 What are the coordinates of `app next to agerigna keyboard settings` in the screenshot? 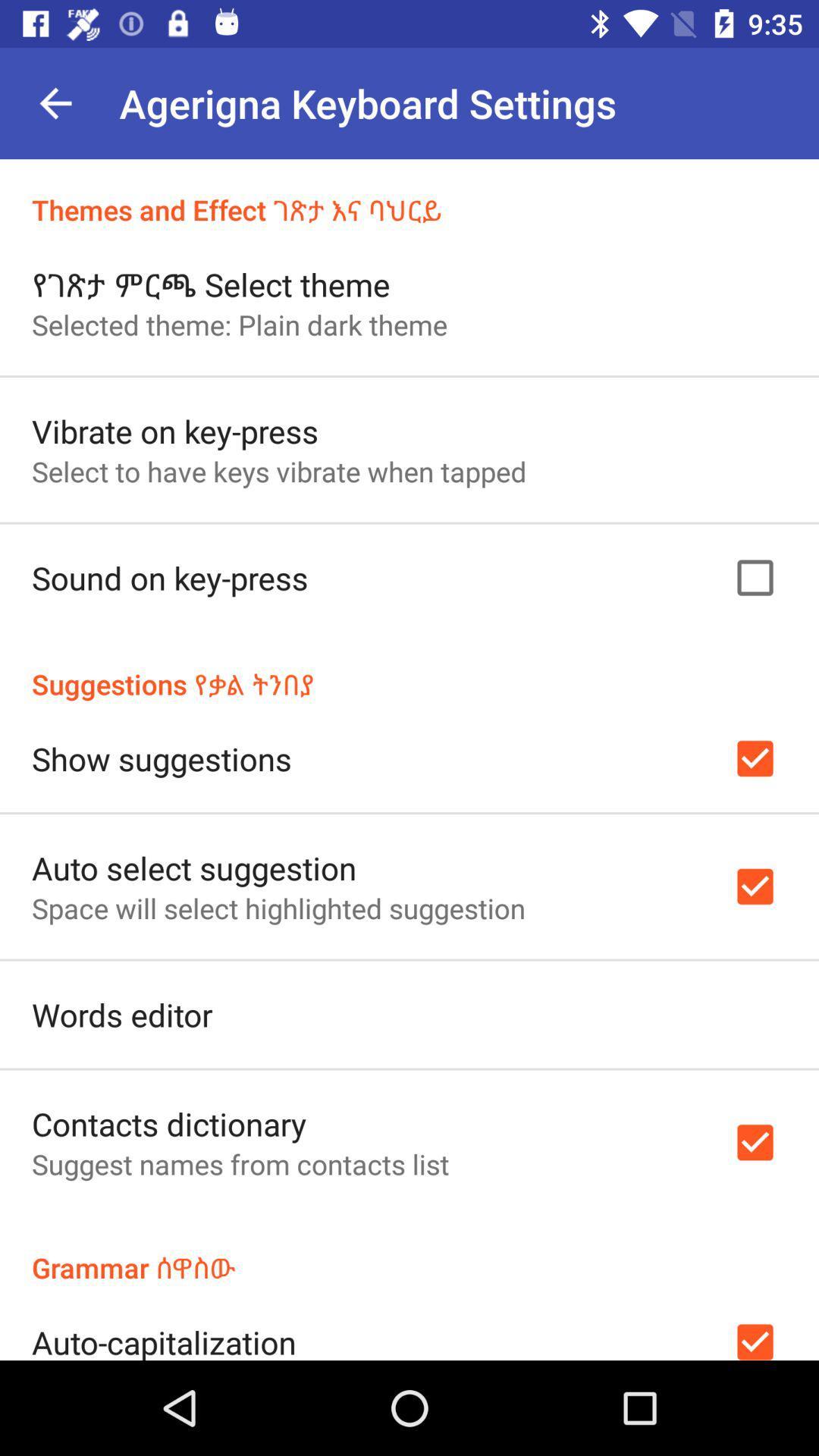 It's located at (55, 102).